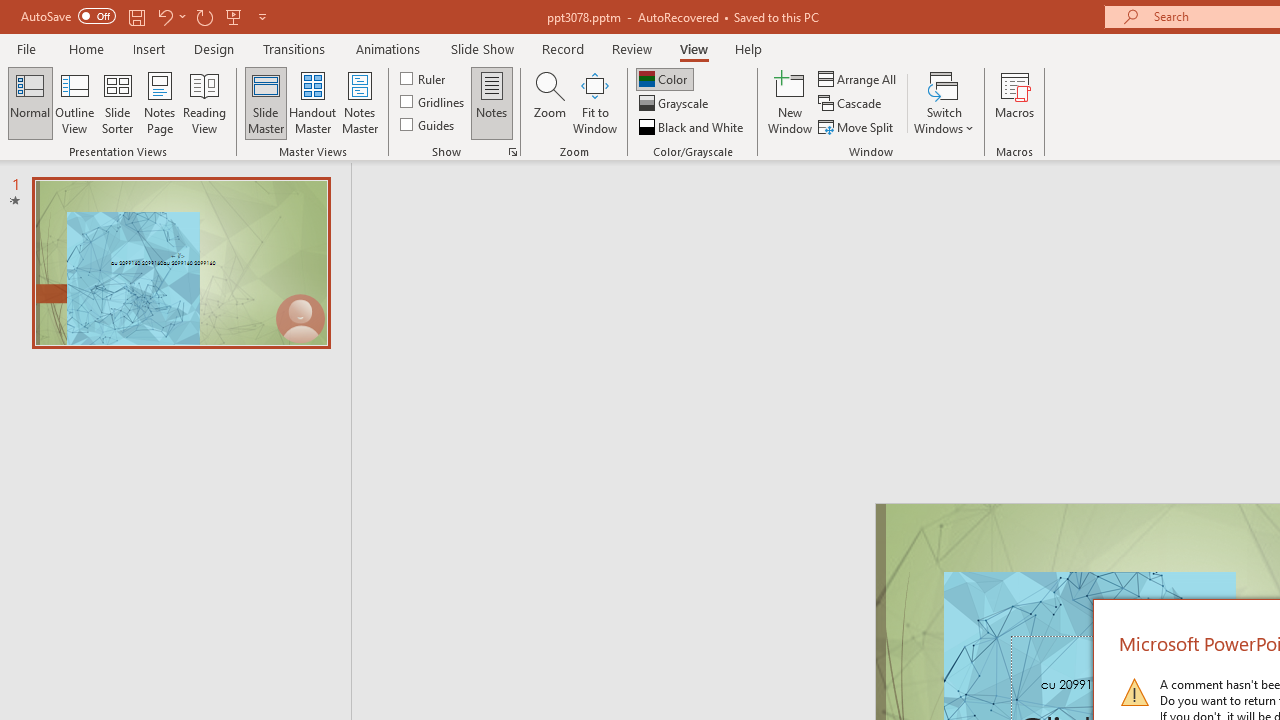 Image resolution: width=1280 pixels, height=720 pixels. What do you see at coordinates (549, 103) in the screenshot?
I see `'Zoom...'` at bounding box center [549, 103].